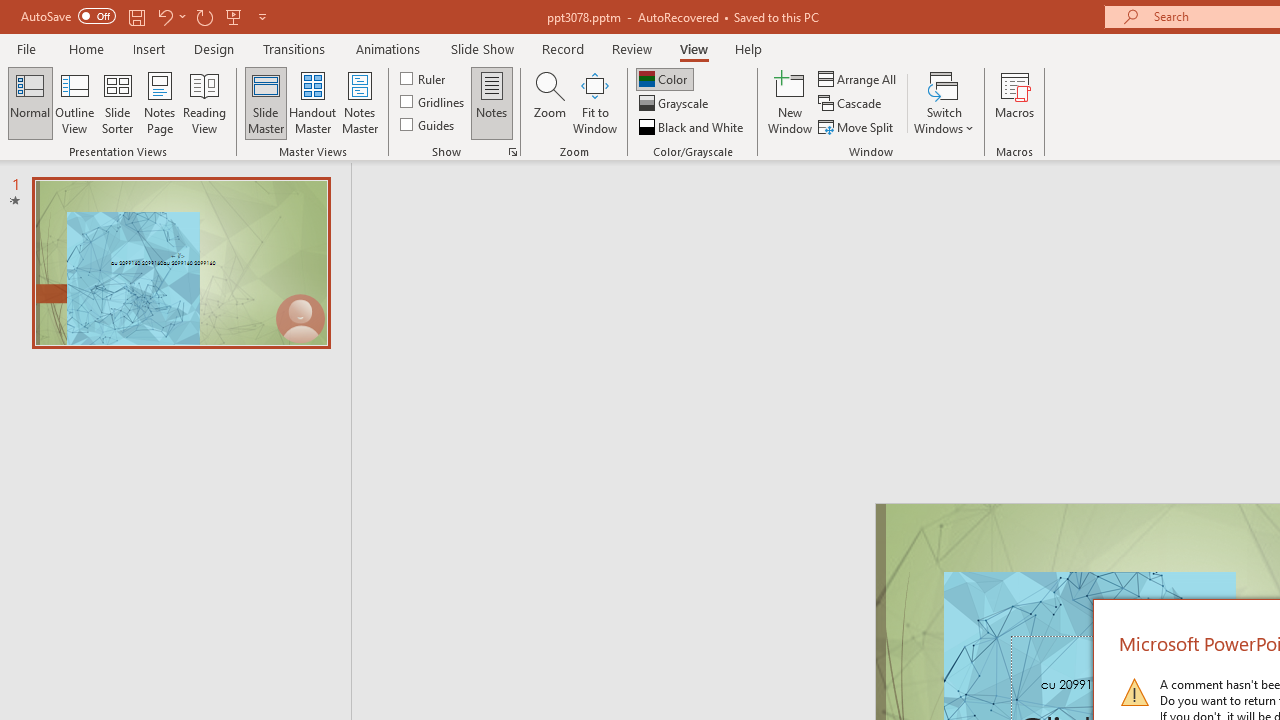 Image resolution: width=1280 pixels, height=720 pixels. What do you see at coordinates (549, 103) in the screenshot?
I see `'Zoom...'` at bounding box center [549, 103].